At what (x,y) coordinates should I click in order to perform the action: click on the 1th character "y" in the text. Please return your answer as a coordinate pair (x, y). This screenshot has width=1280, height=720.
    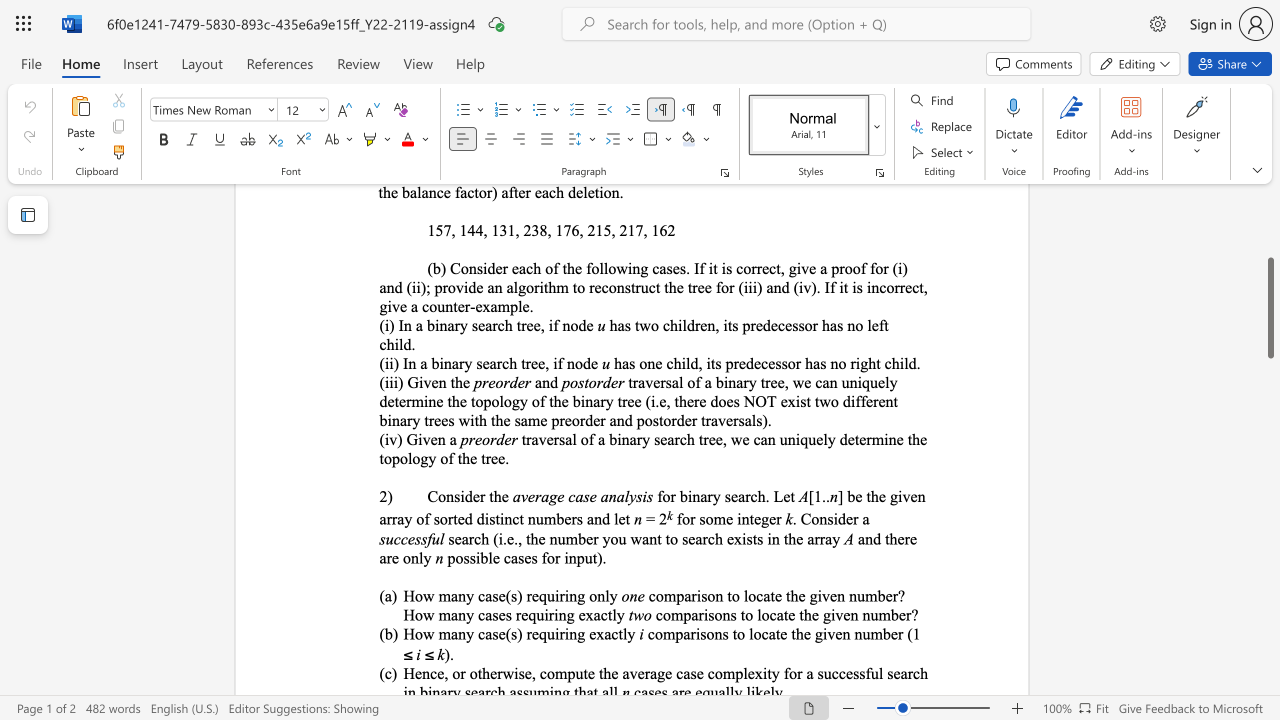
    Looking at the image, I should click on (426, 558).